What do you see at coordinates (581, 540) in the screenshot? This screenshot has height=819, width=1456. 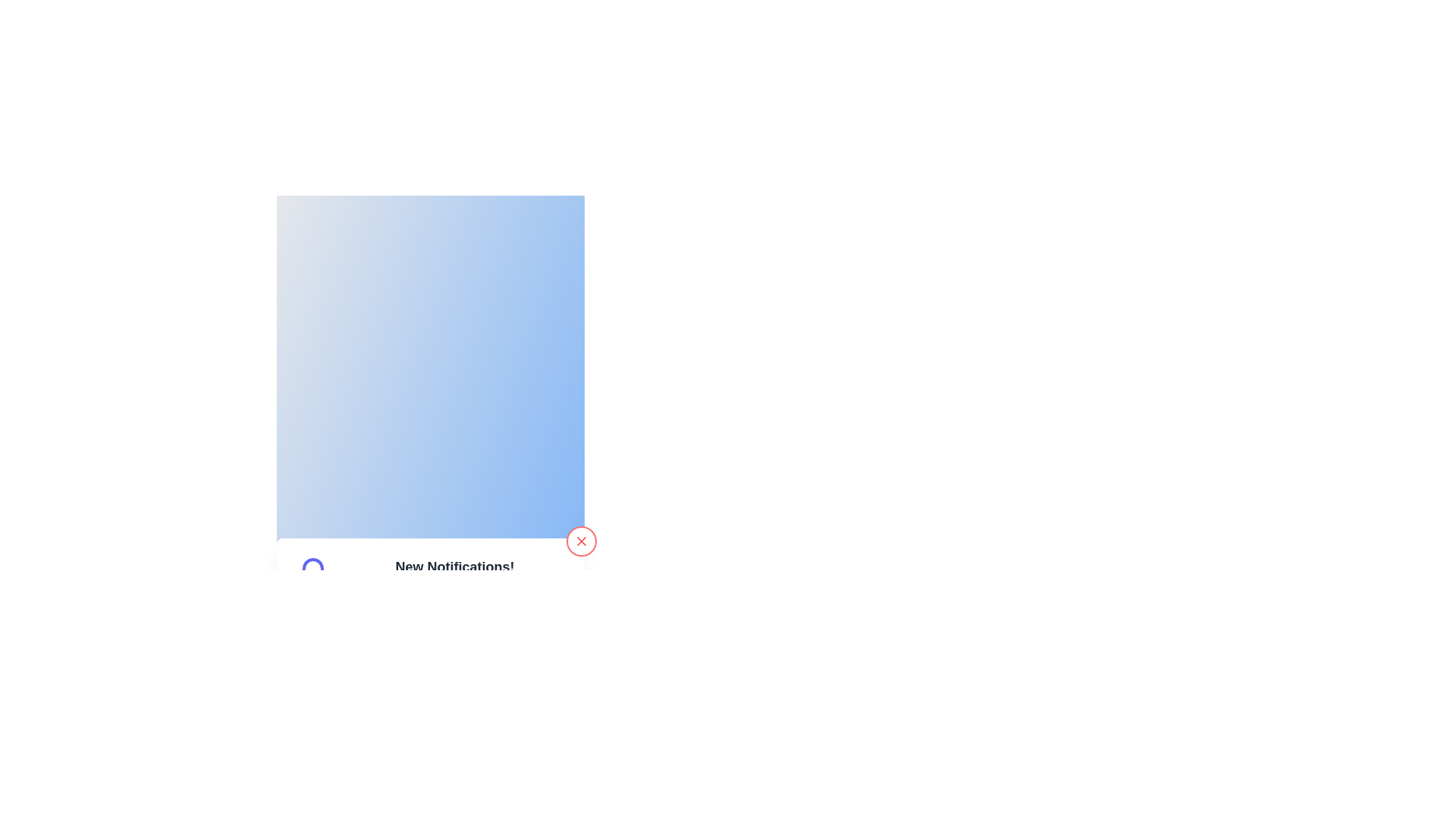 I see `the close icon, which is a small 'X' within a red circular border` at bounding box center [581, 540].